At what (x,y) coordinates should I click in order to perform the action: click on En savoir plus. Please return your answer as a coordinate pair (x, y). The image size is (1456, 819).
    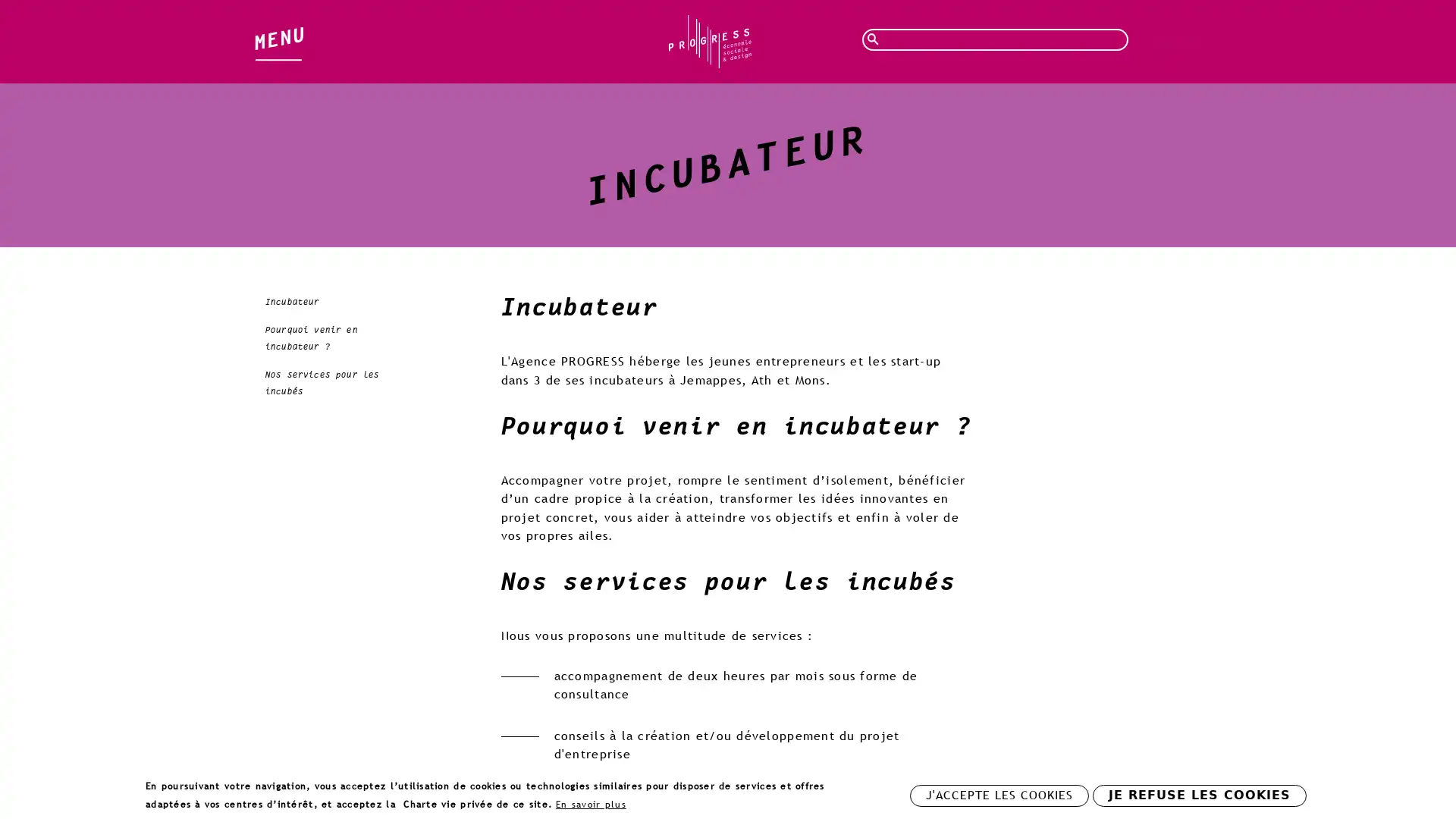
    Looking at the image, I should click on (589, 803).